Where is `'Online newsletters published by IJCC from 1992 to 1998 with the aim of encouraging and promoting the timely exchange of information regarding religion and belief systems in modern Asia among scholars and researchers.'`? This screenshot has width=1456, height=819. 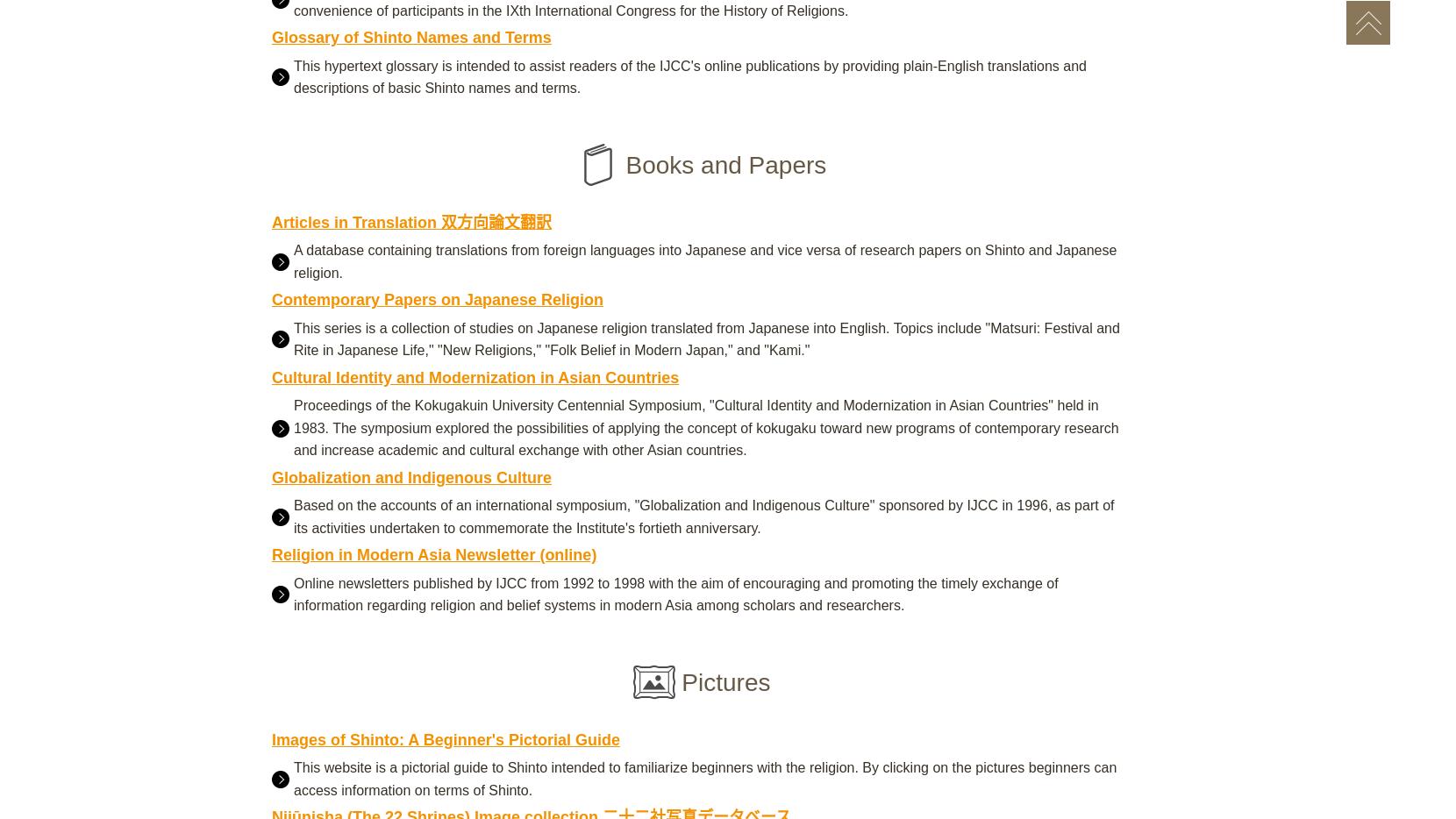
'Online newsletters published by IJCC from 1992 to 1998 with the aim of encouraging and promoting the timely exchange of information regarding religion and belief systems in modern Asia among scholars and researchers.' is located at coordinates (675, 593).